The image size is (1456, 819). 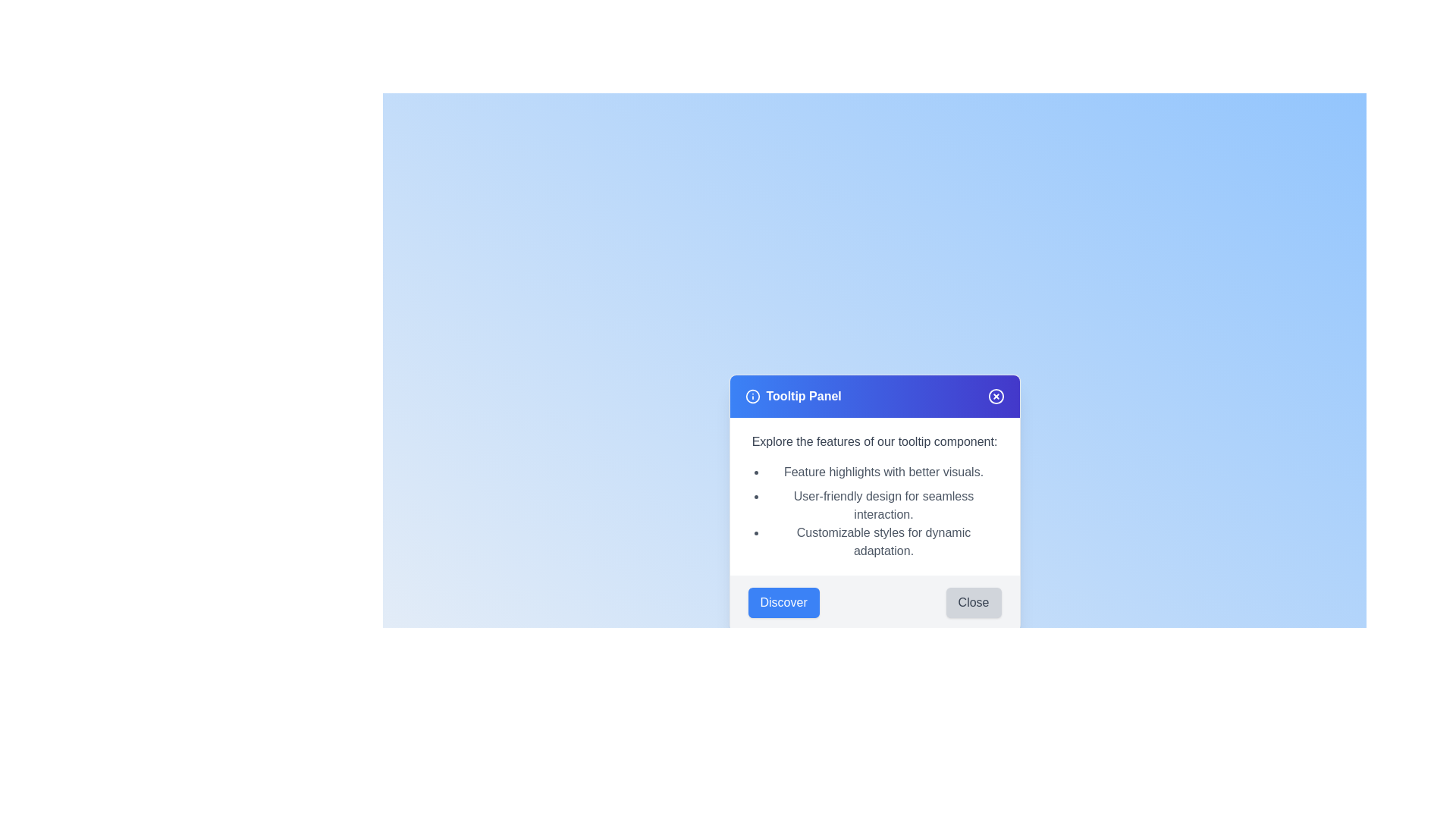 What do you see at coordinates (883, 512) in the screenshot?
I see `text content displayed in the vertical list below the heading 'Explore the features of our tooltip component:'` at bounding box center [883, 512].